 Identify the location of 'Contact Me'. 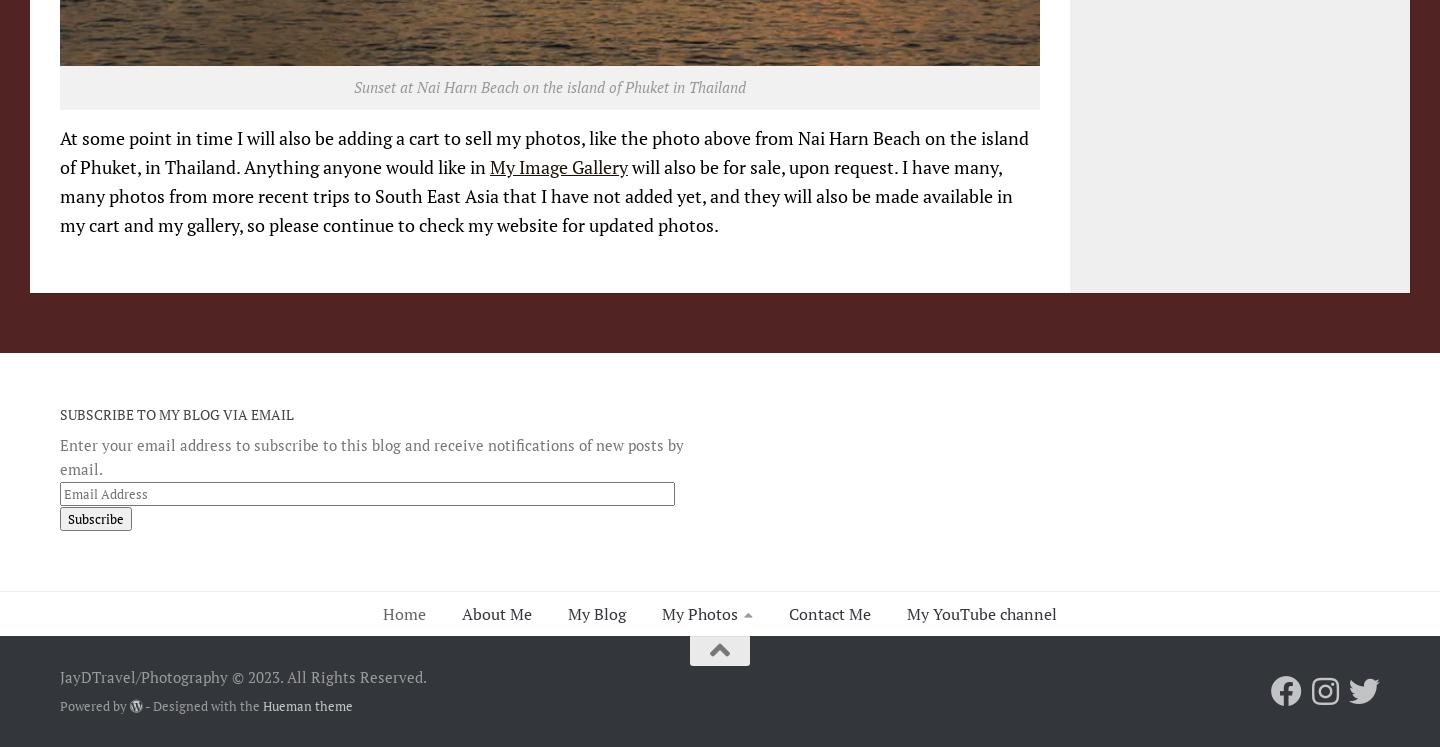
(830, 612).